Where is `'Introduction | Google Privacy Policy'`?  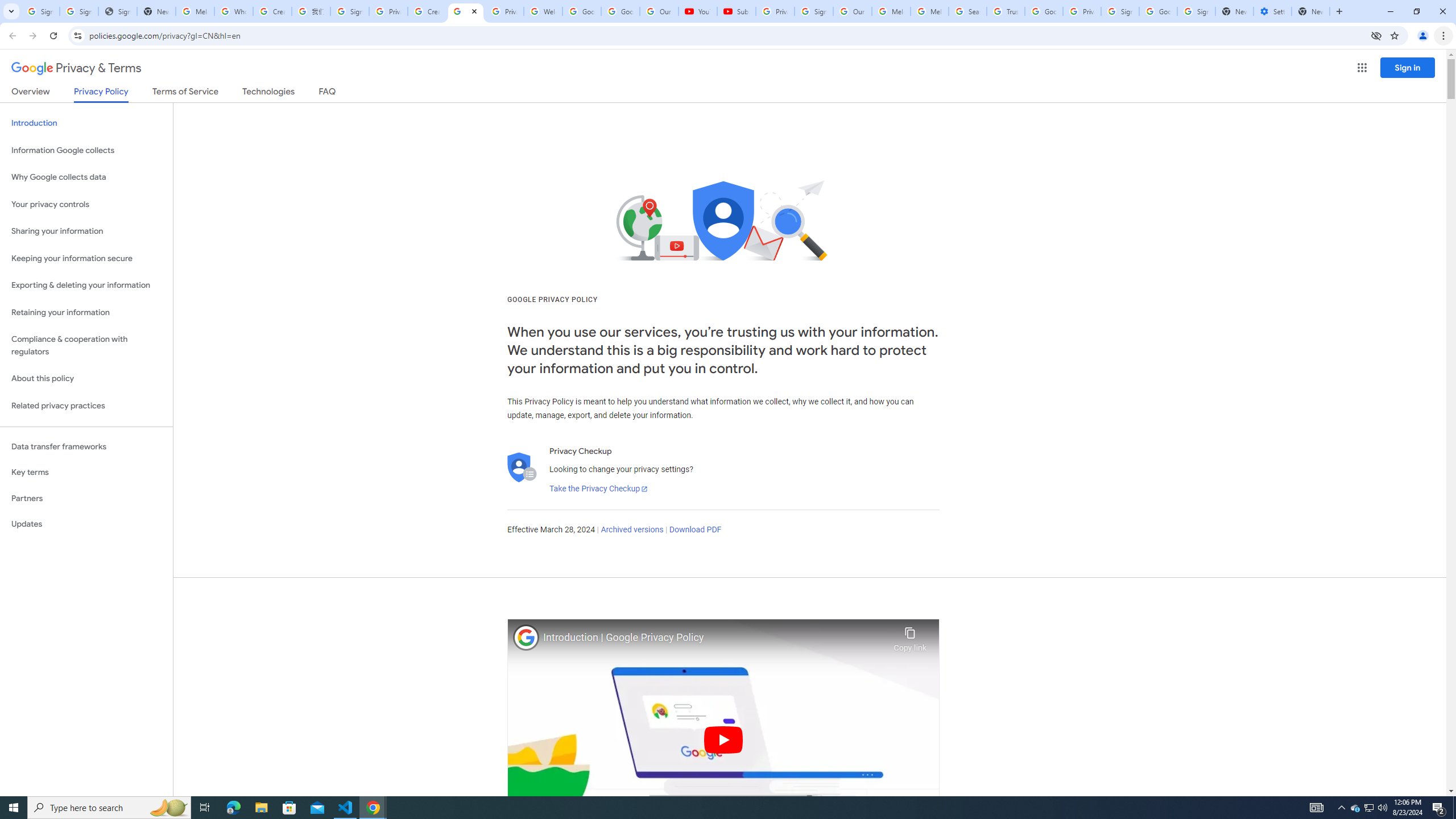 'Introduction | Google Privacy Policy' is located at coordinates (715, 638).